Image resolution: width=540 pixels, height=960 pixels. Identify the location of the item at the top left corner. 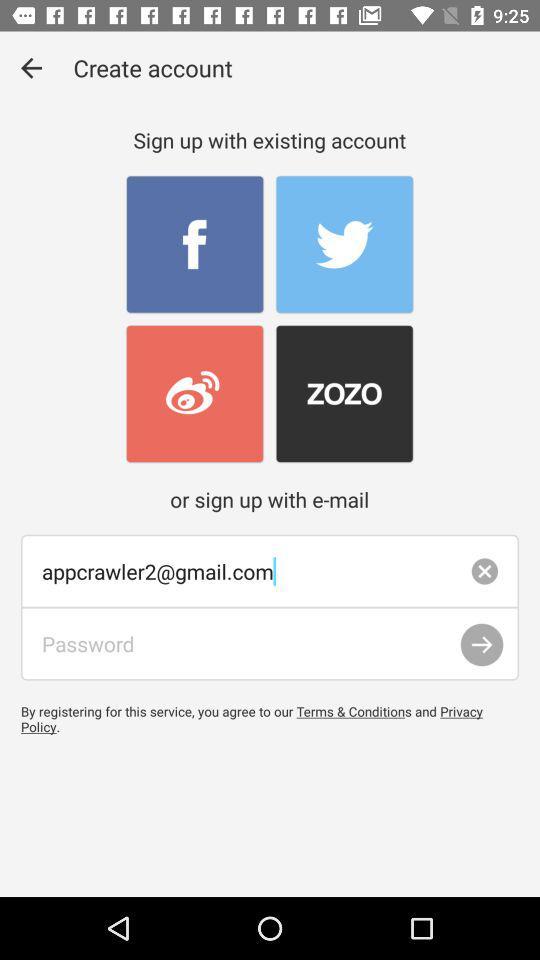
(30, 68).